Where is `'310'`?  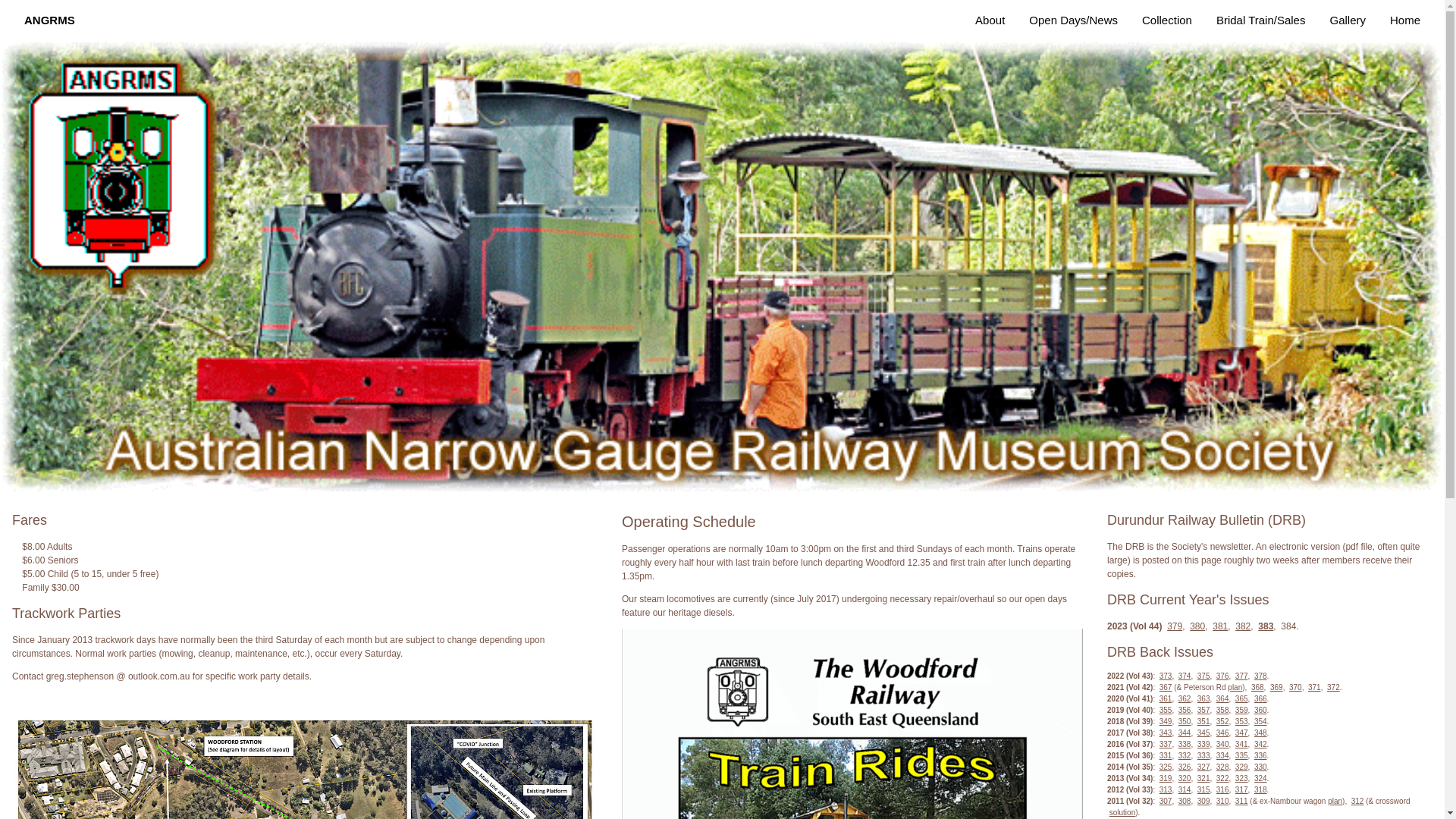
'310' is located at coordinates (1222, 800).